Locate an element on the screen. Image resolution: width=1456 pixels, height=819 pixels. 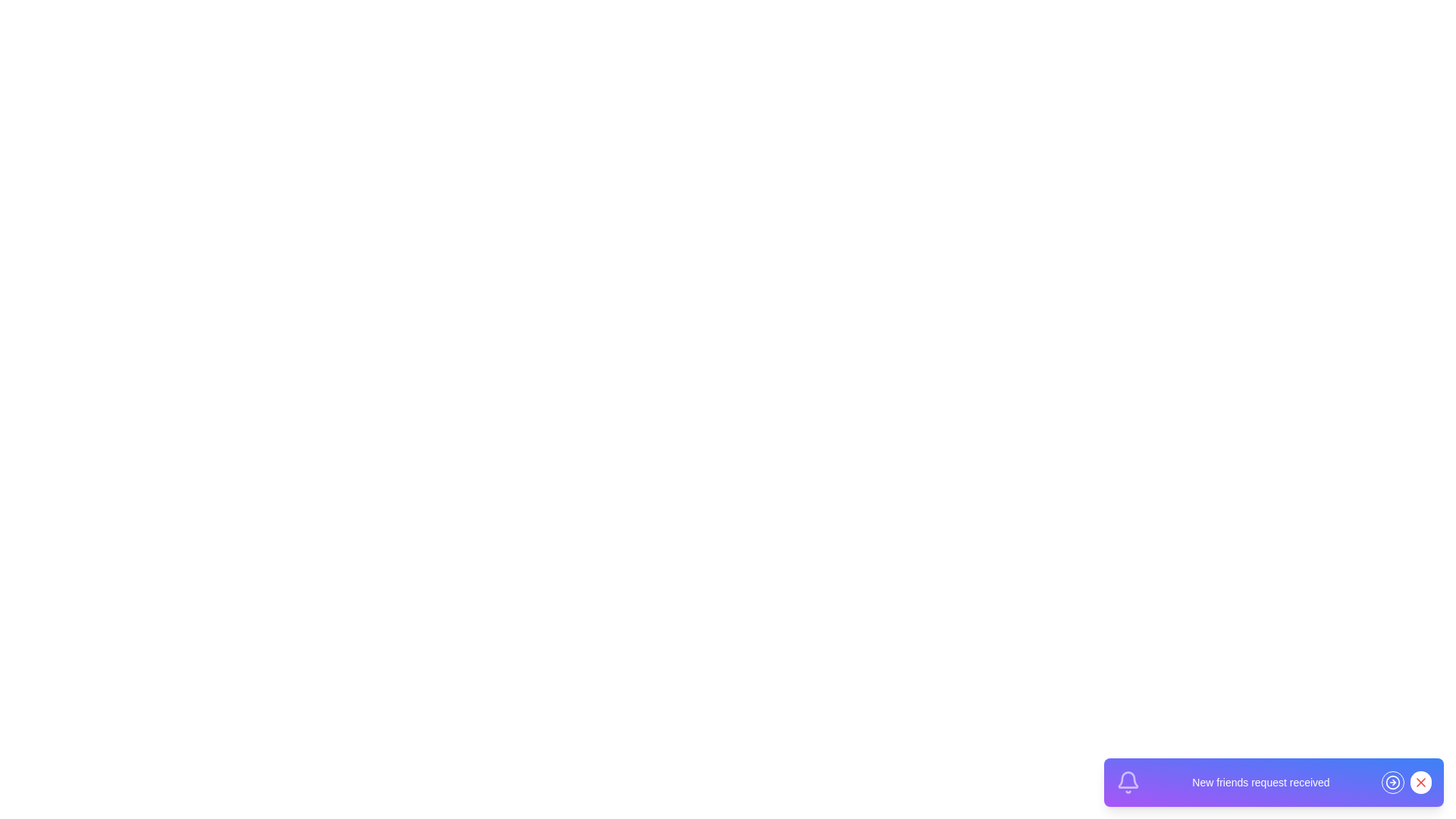
the next button to cycle through notifications is located at coordinates (1393, 783).